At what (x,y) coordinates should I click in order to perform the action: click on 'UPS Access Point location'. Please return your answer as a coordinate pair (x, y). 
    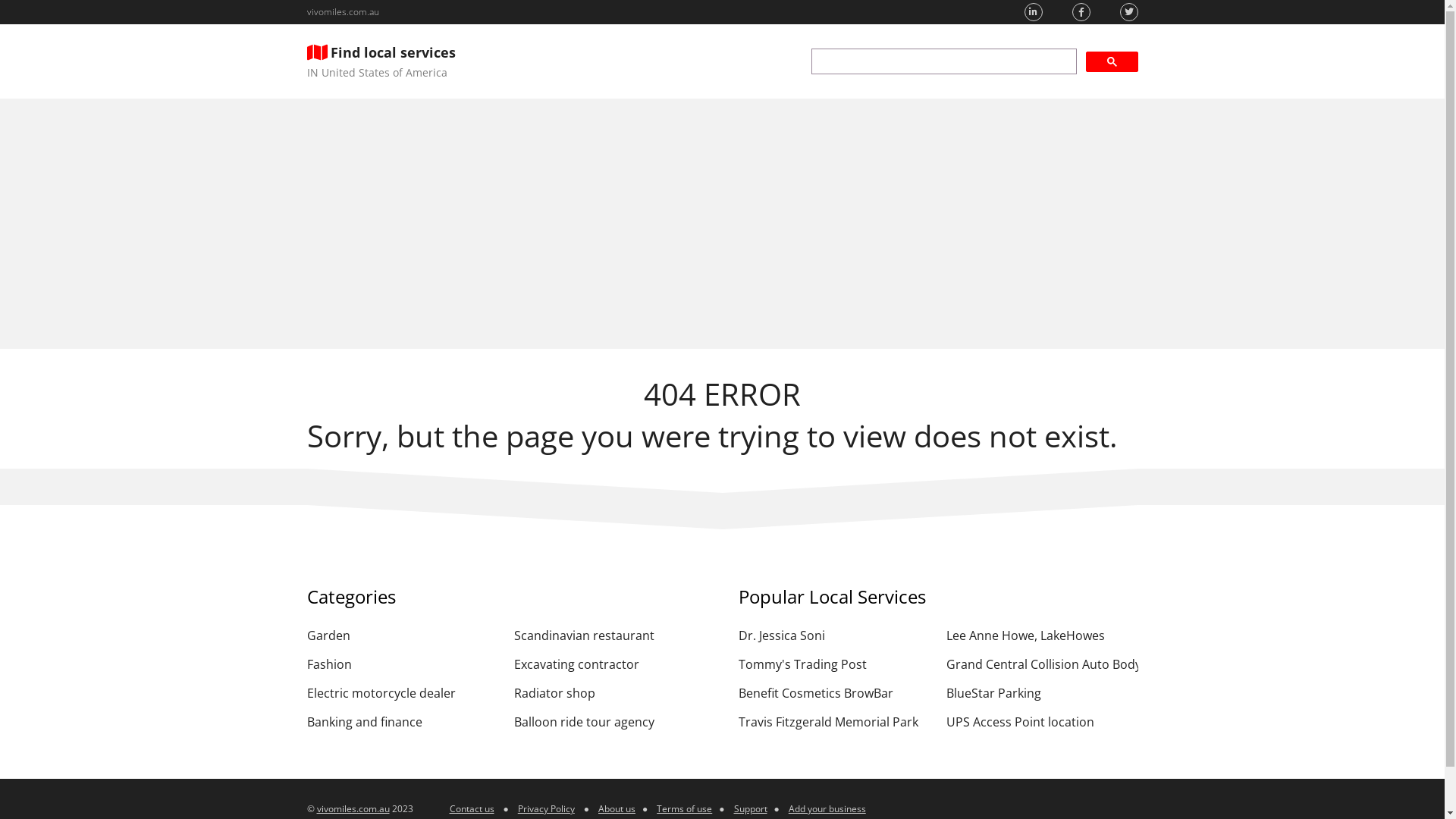
    Looking at the image, I should click on (946, 721).